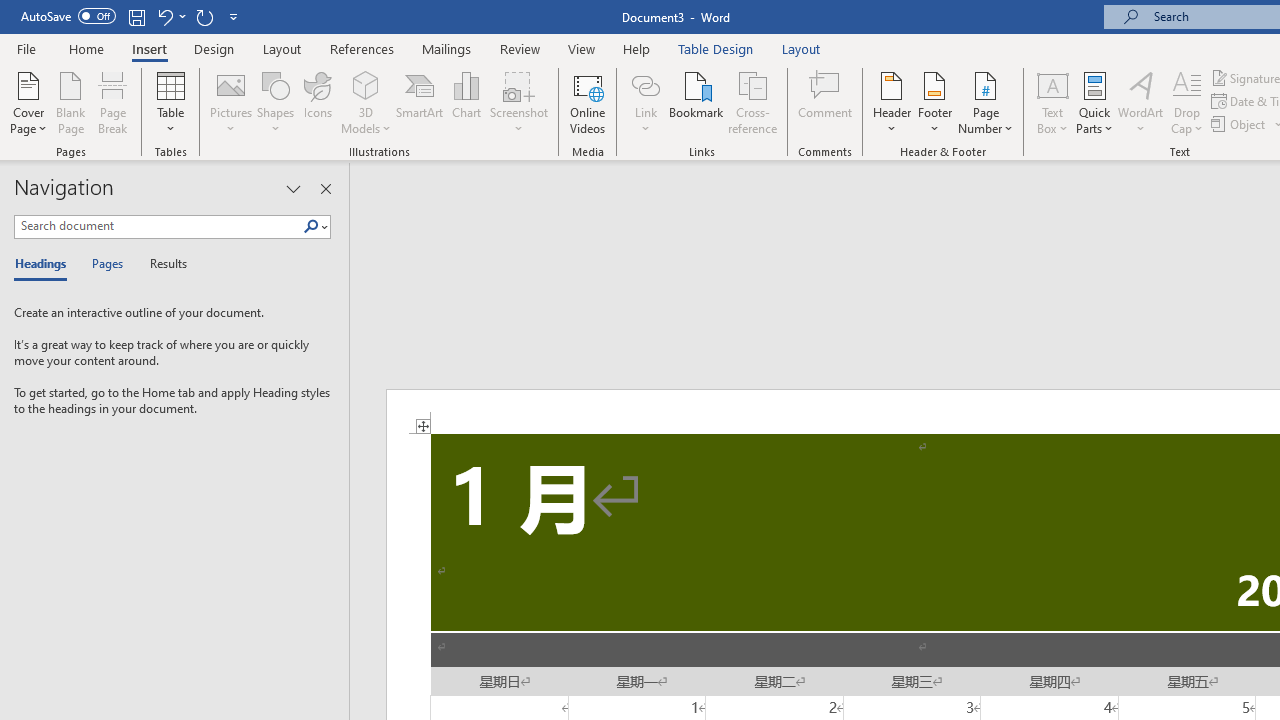  Describe the element at coordinates (1239, 124) in the screenshot. I see `'Object...'` at that location.